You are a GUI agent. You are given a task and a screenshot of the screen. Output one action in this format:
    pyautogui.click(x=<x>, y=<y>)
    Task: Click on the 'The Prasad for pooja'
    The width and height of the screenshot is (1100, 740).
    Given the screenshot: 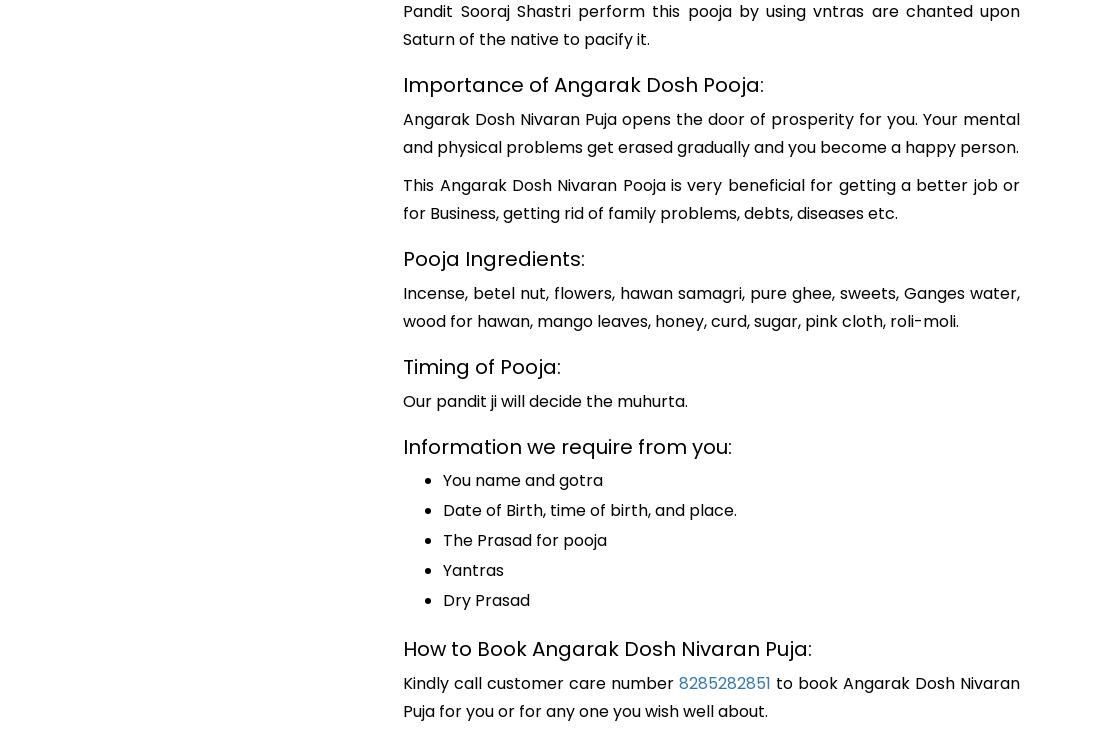 What is the action you would take?
    pyautogui.click(x=525, y=540)
    